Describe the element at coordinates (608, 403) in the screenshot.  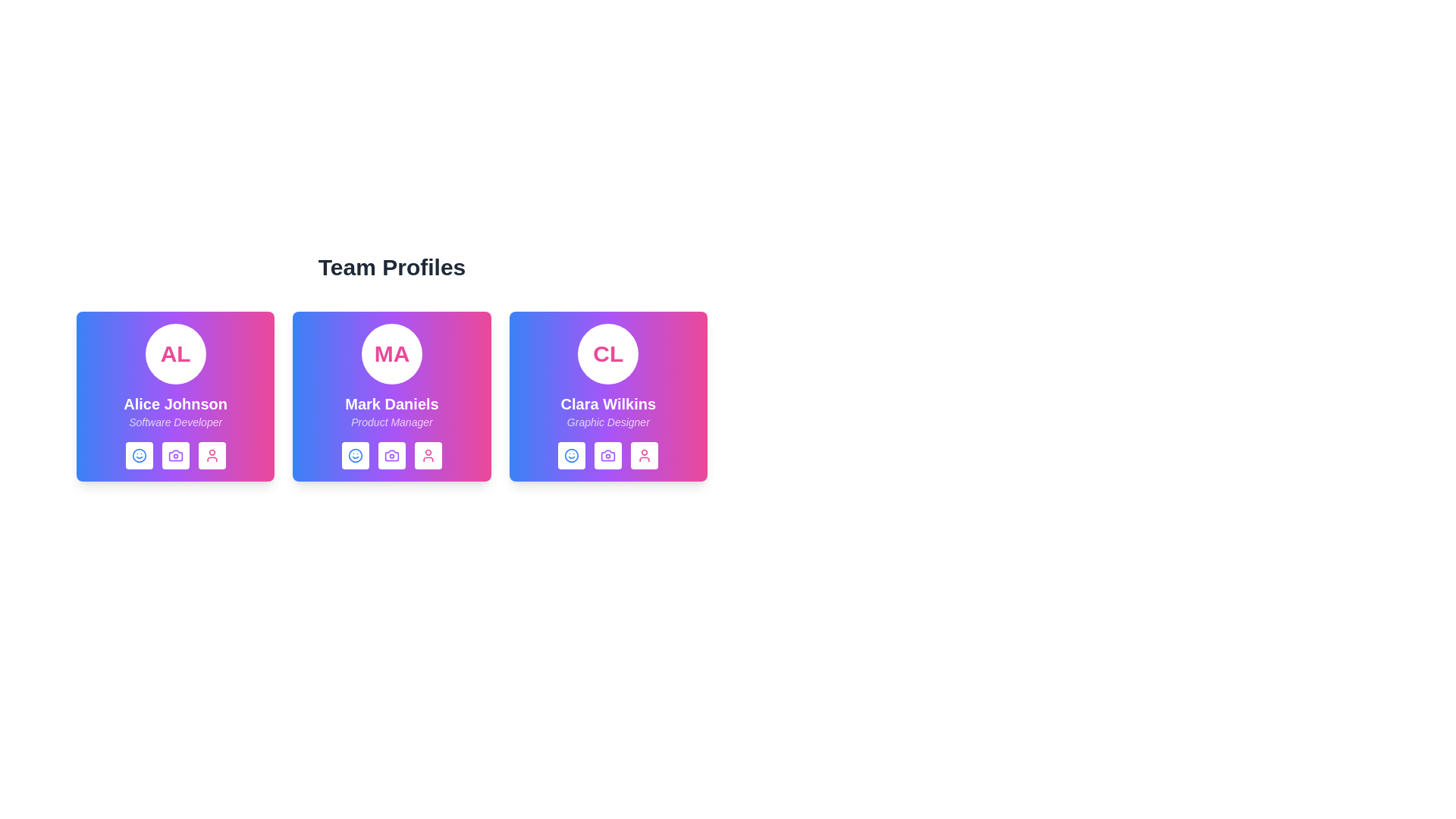
I see `the text label 'Clara Wilkins' which is displayed in bold and slightly larger font size, located within a gradient background profile card, situated below the initials 'CL' and above 'Graphic Designer'` at that location.